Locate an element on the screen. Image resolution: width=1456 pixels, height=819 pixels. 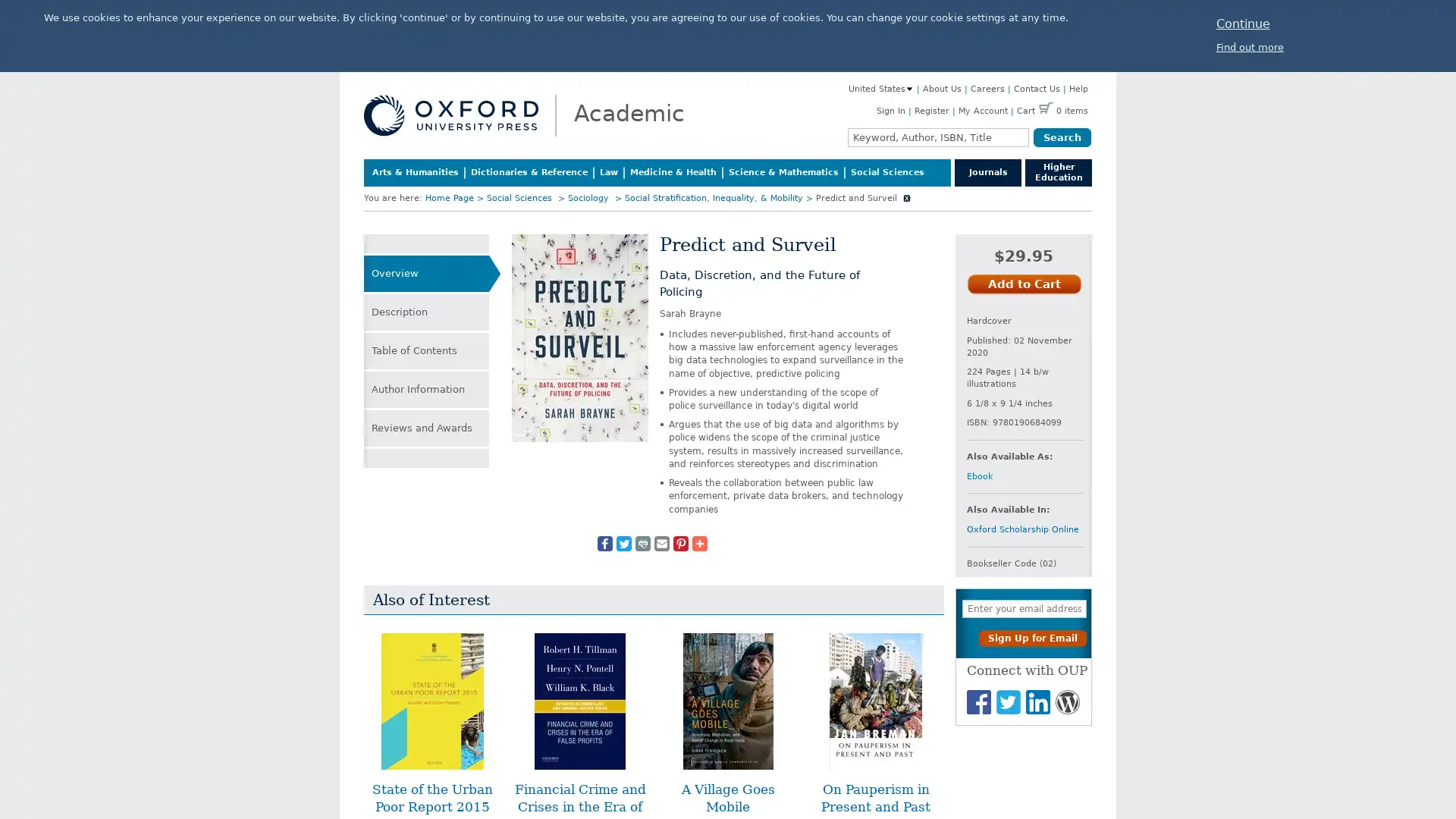
Sign Up for Email is located at coordinates (1032, 637).